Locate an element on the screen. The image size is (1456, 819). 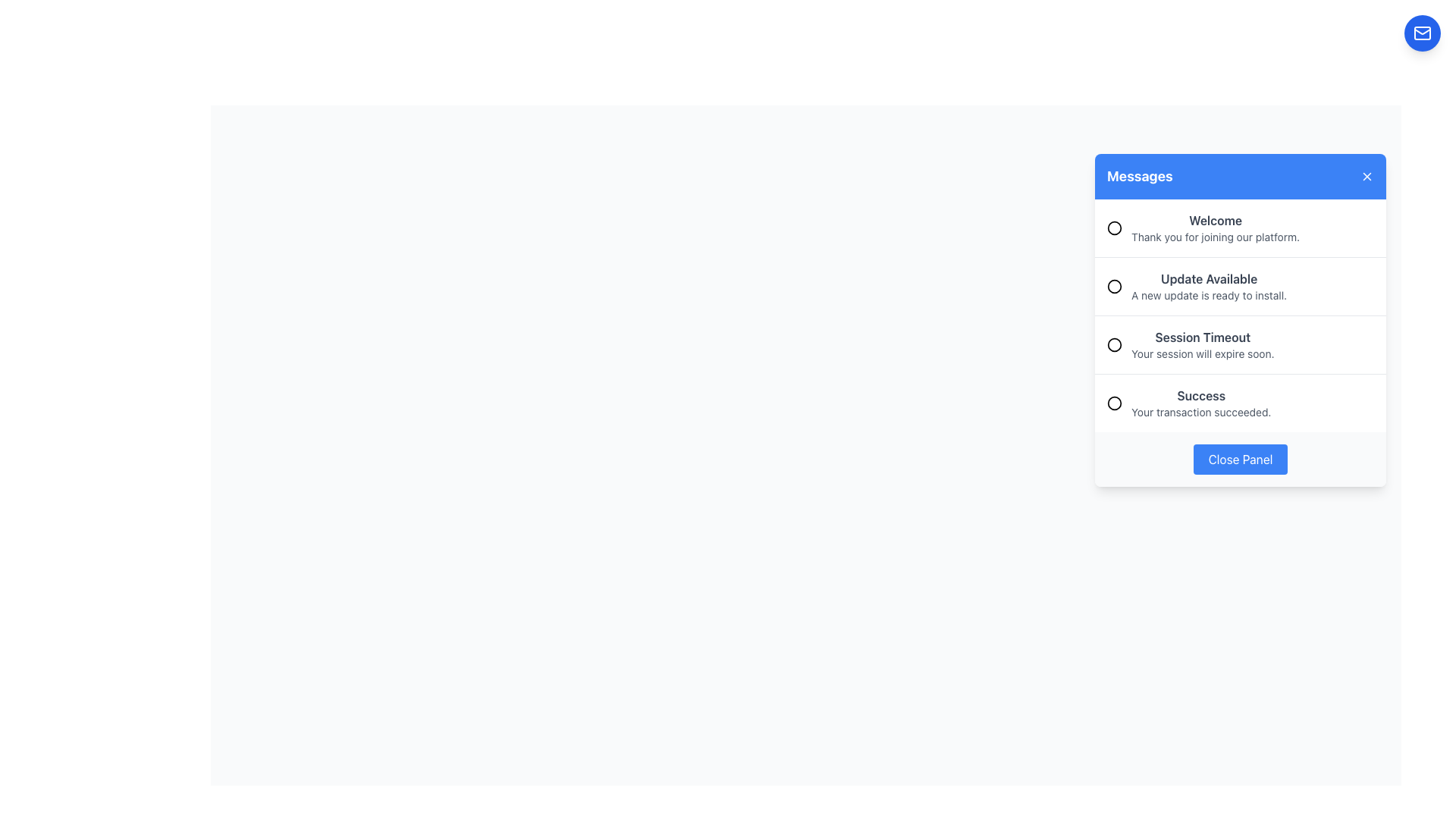
the static text expressing gratitude to the user for joining the platform, located in the dialog box titled 'Messages', underneath the 'Welcome' text is located at coordinates (1216, 237).